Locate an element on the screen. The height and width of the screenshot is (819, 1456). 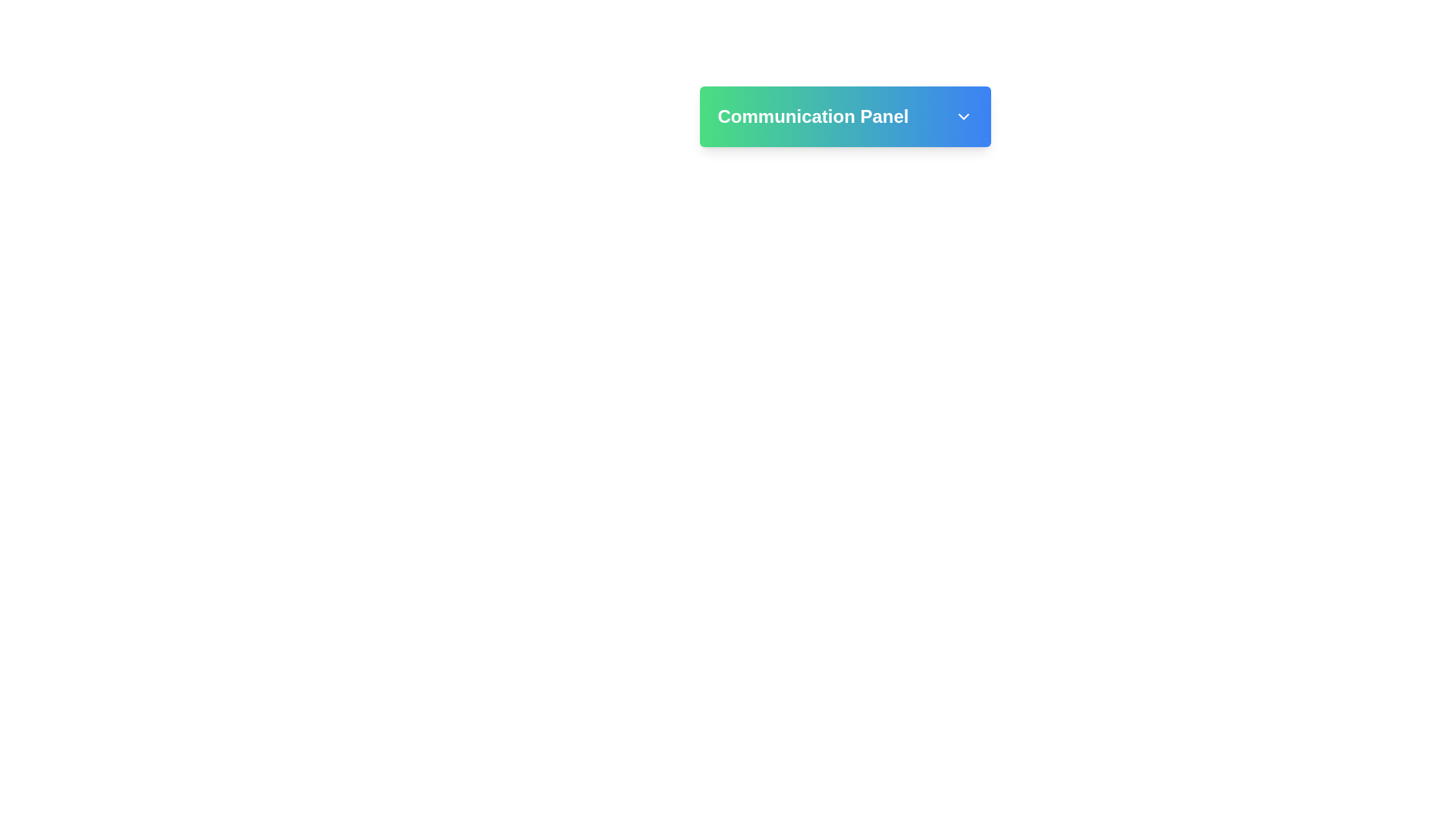
the 'Communication Panel' header with a dropdown indicator, which is a rectangular panel with a gradient background and a down arrow icon on the right side is located at coordinates (844, 116).